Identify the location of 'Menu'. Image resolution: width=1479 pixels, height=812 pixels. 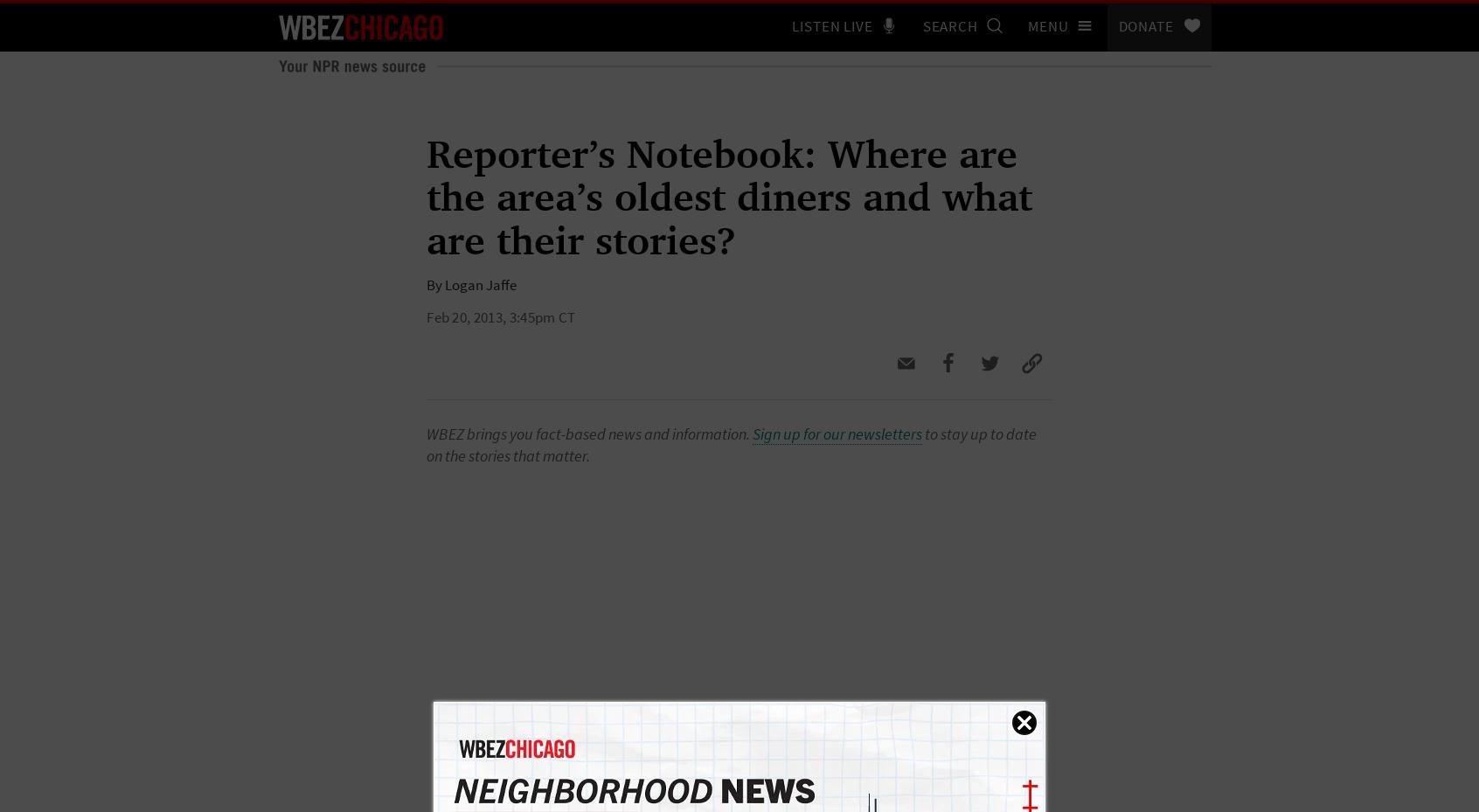
(1046, 25).